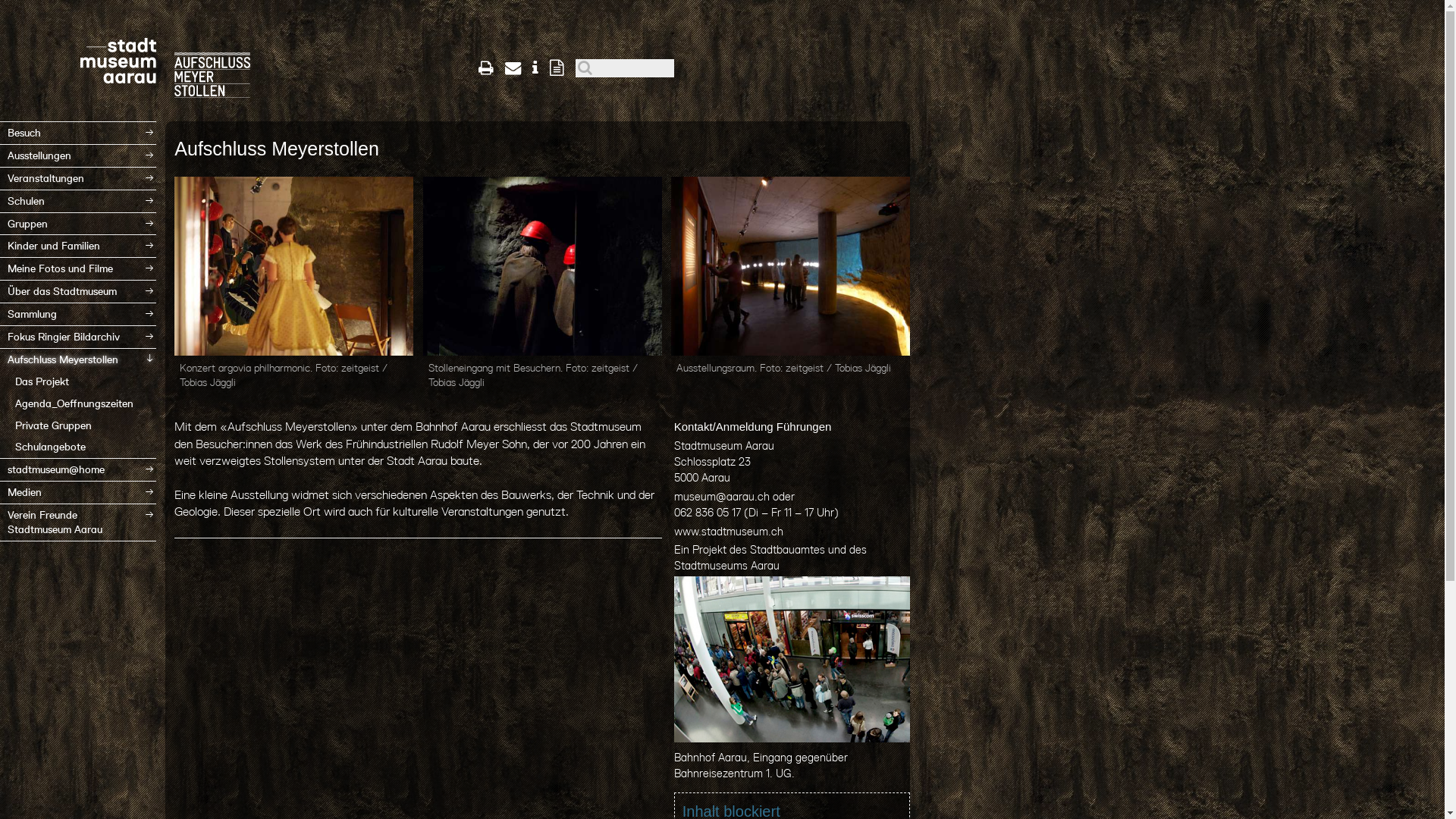 The height and width of the screenshot is (819, 1456). What do you see at coordinates (77, 313) in the screenshot?
I see `'Sammlung'` at bounding box center [77, 313].